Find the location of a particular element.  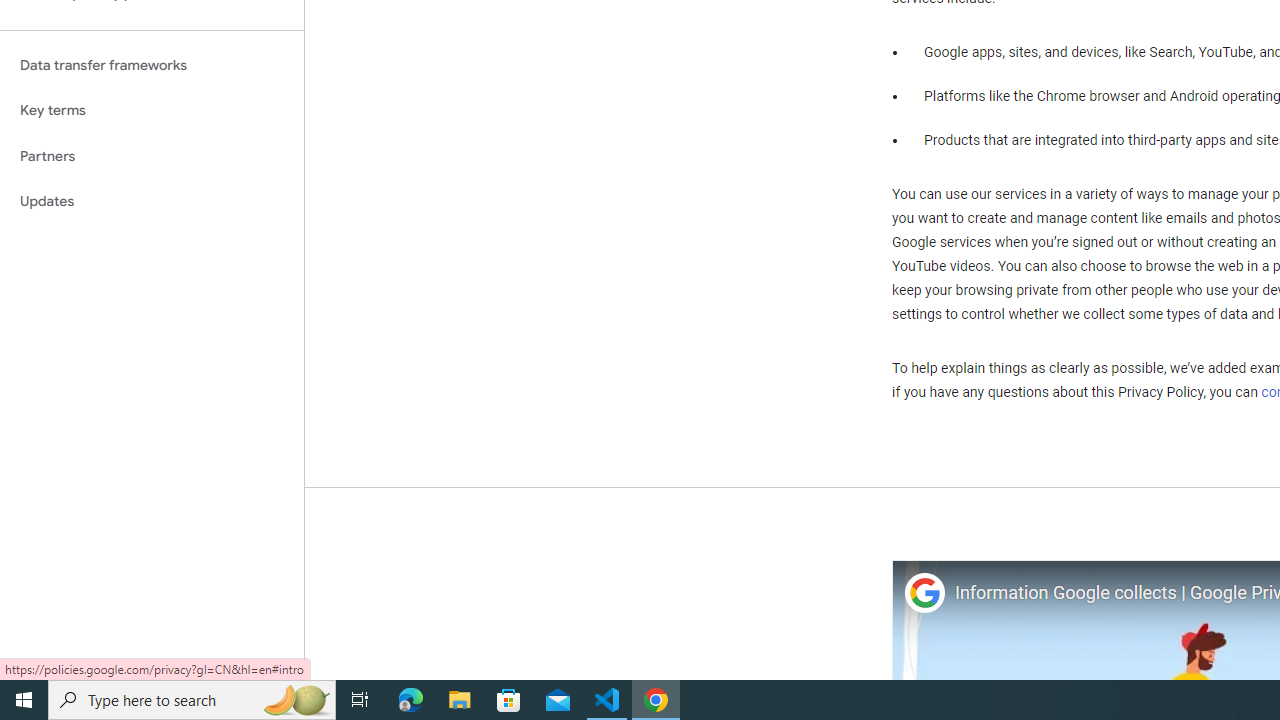

'Data transfer frameworks' is located at coordinates (151, 64).